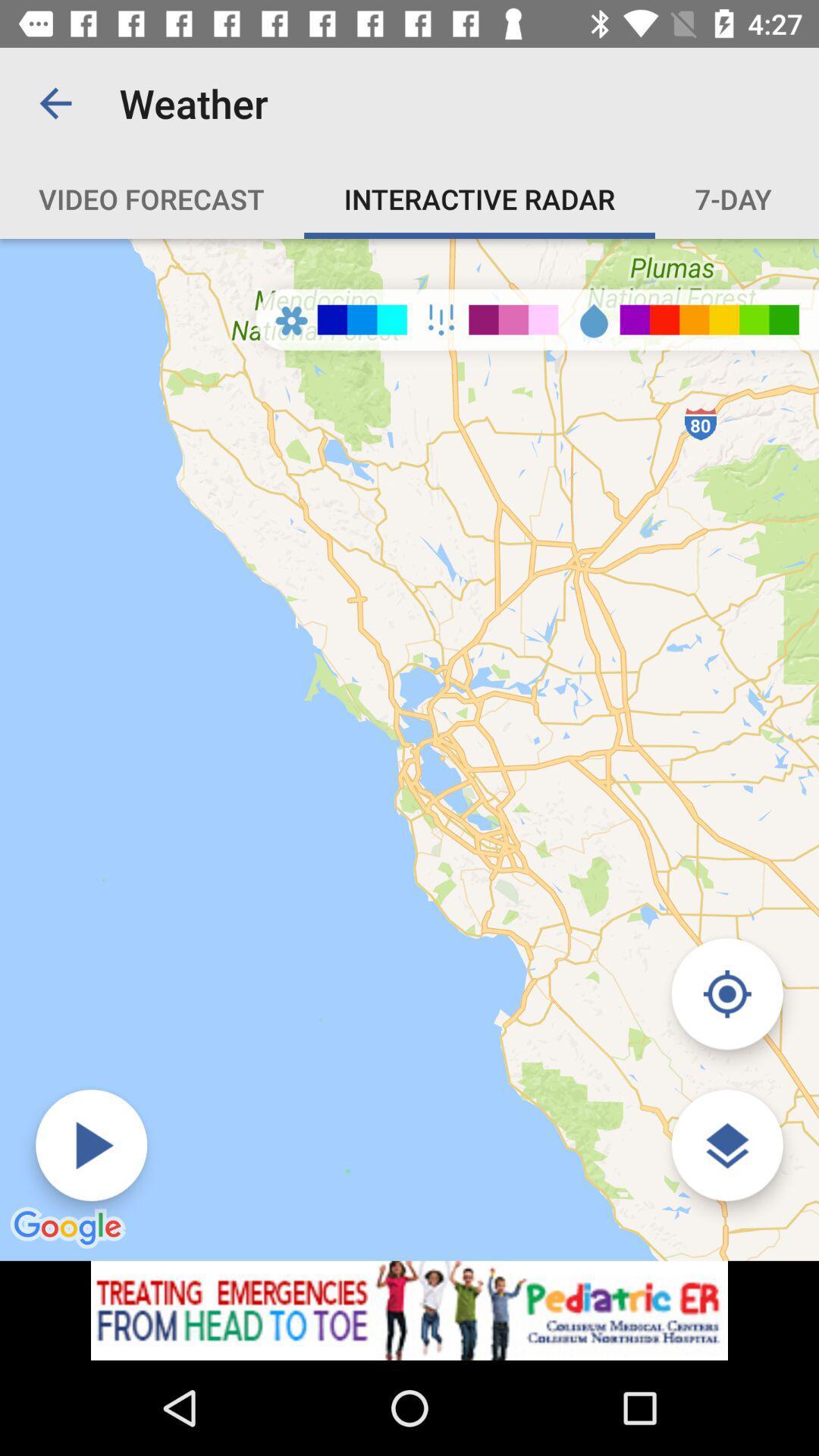 This screenshot has height=1456, width=819. What do you see at coordinates (726, 1145) in the screenshot?
I see `find location` at bounding box center [726, 1145].